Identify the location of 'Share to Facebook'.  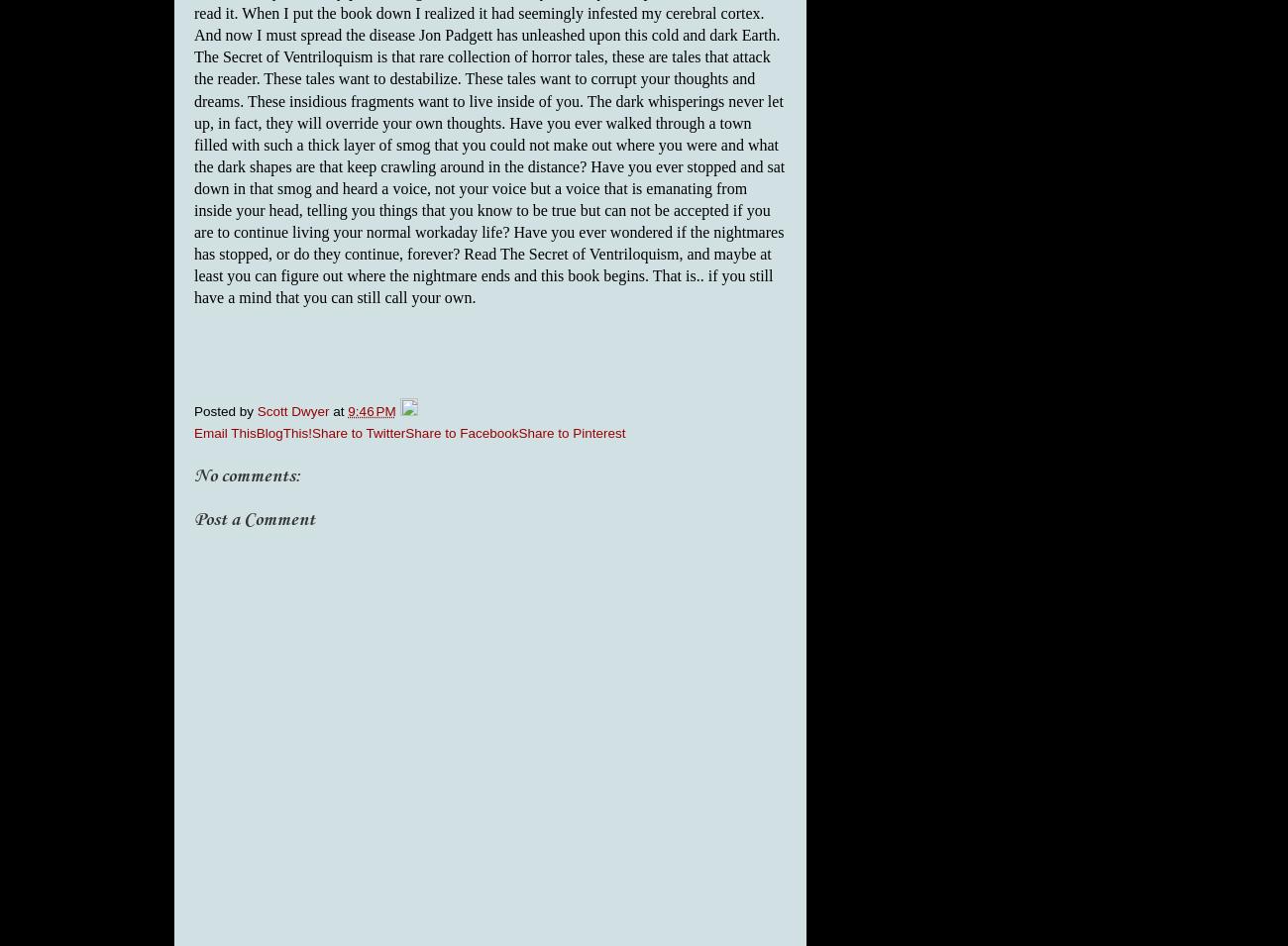
(461, 431).